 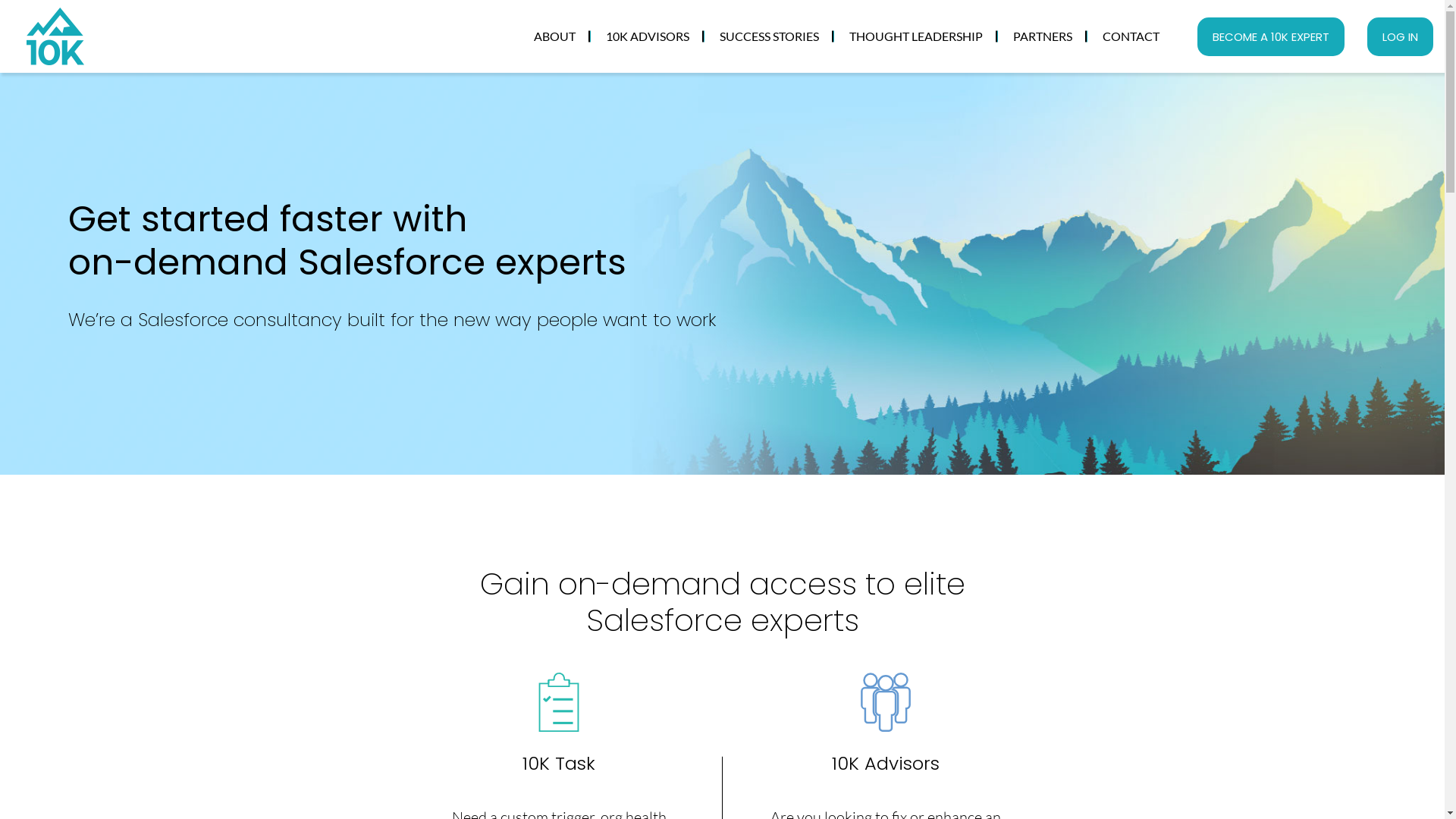 I want to click on 'CONTACT', so click(x=1131, y=35).